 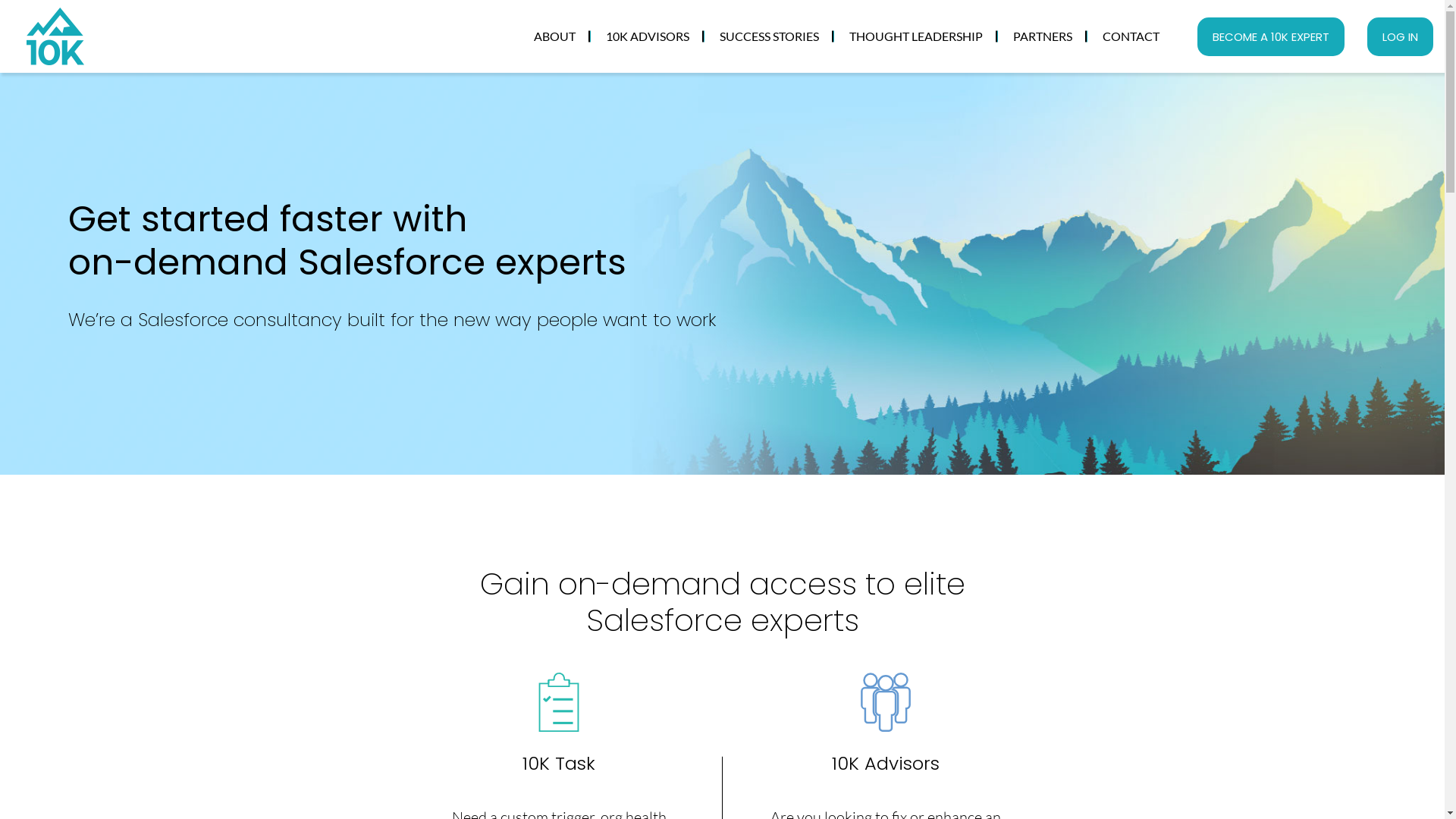 I want to click on 'CONTACT', so click(x=1131, y=35).